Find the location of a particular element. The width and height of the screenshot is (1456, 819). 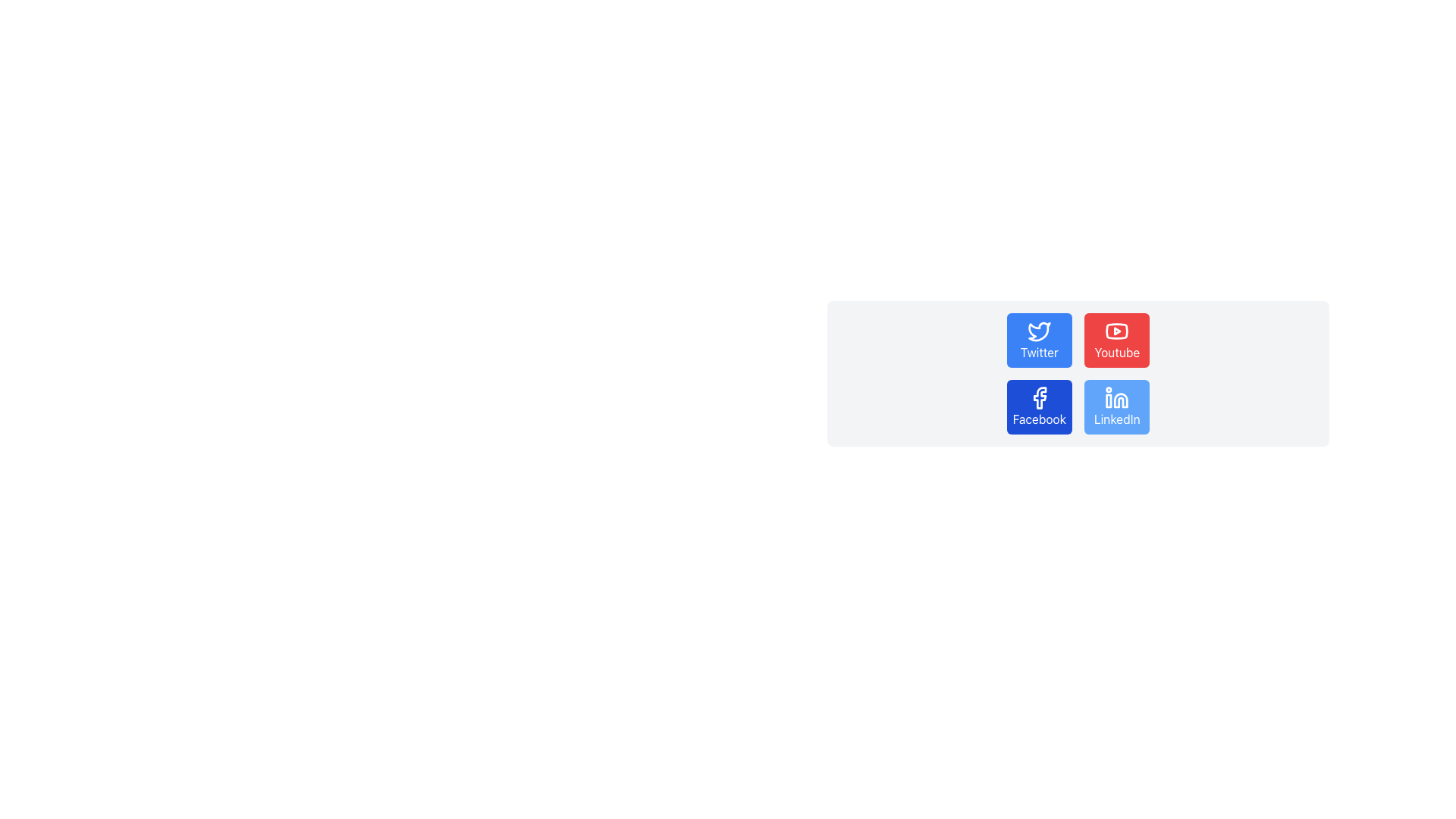

the Facebook button located in the bottom-left corner of a 2x2 grid layout, directly below the 'Twitter' button and to the left of the 'LinkedIn' button is located at coordinates (1038, 406).